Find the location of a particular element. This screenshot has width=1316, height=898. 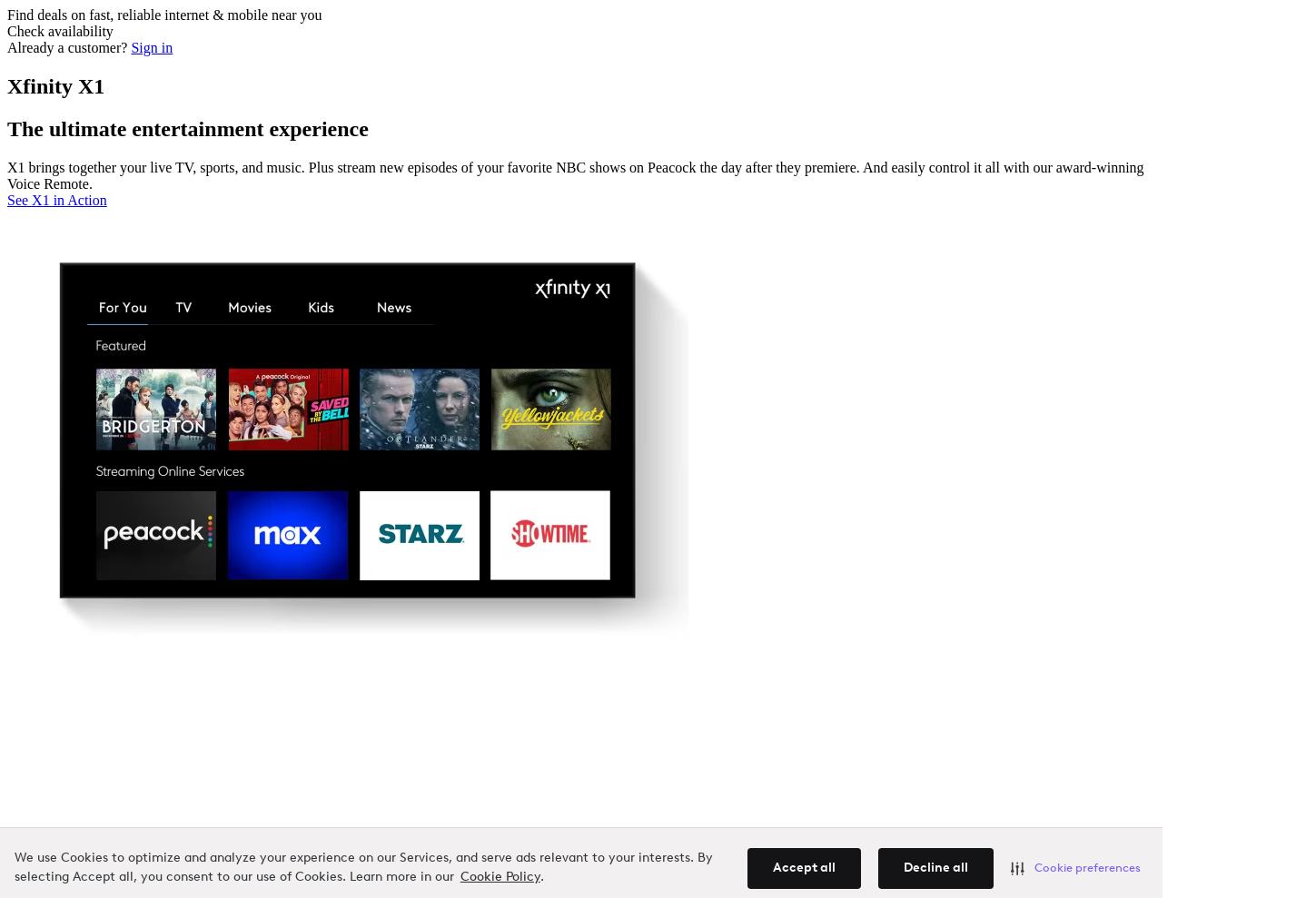

'Cookie preferences' is located at coordinates (1085, 867).